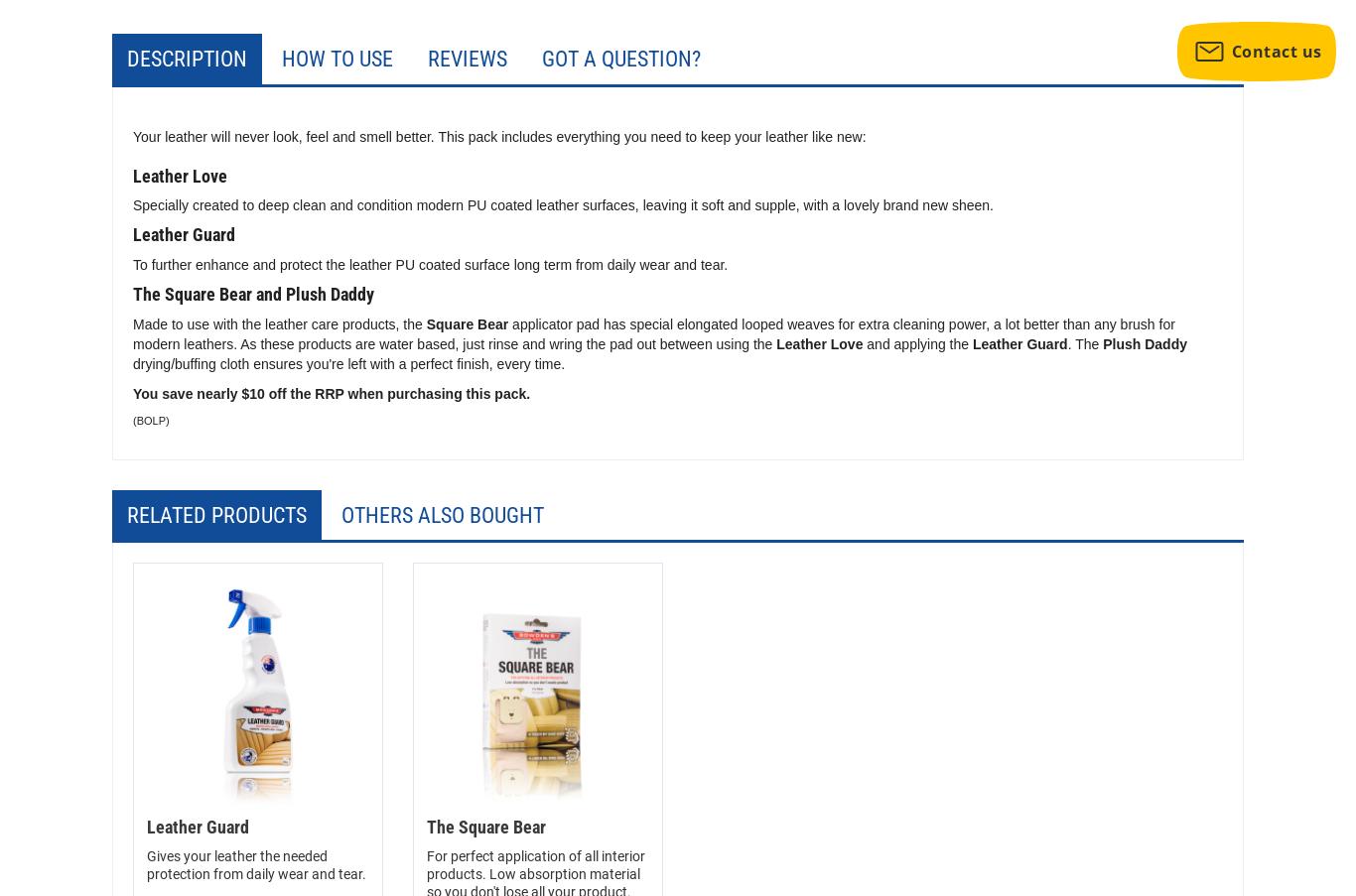 This screenshot has width=1356, height=896. What do you see at coordinates (150, 418) in the screenshot?
I see `'BOLP'` at bounding box center [150, 418].